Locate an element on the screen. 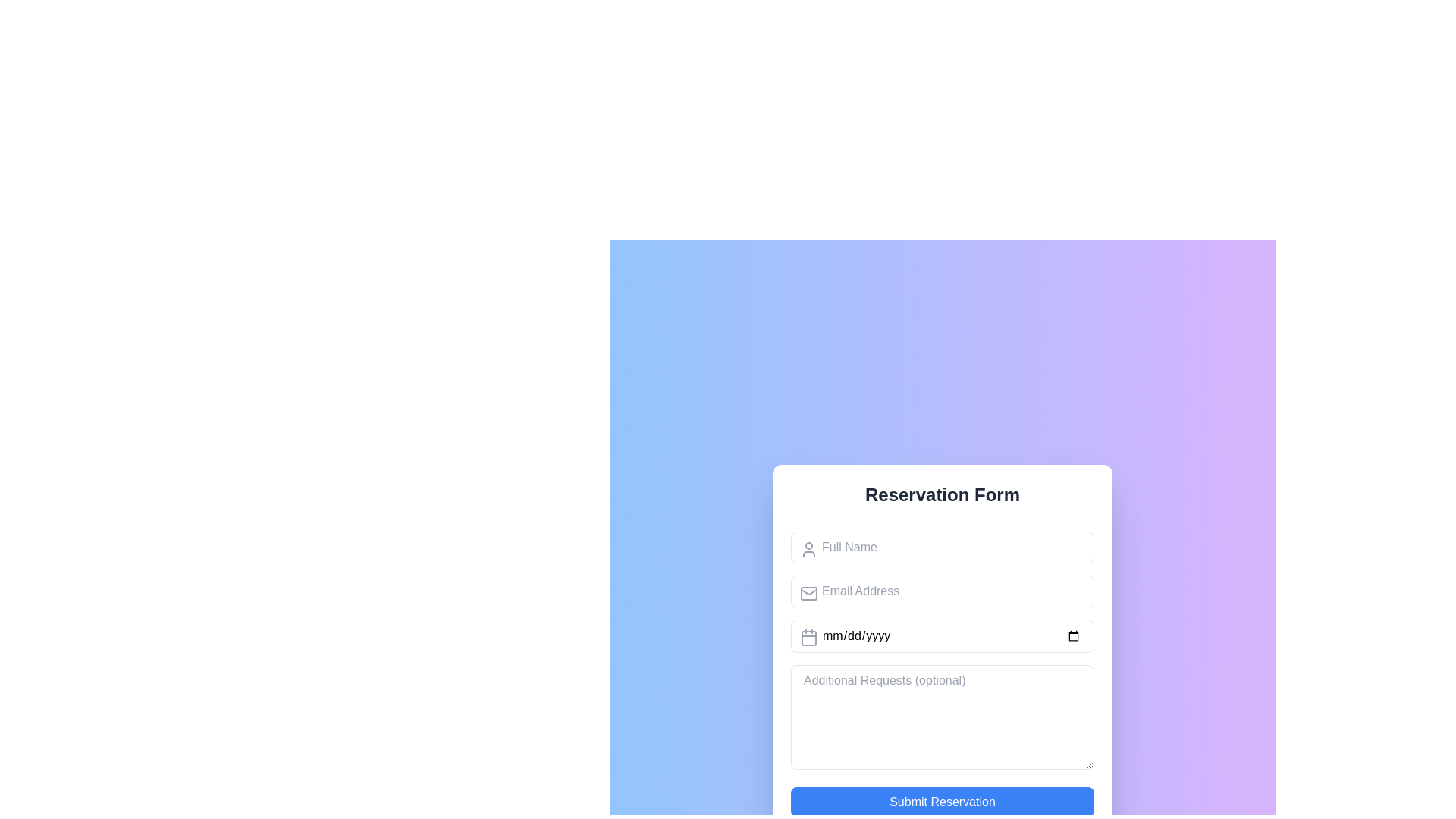 This screenshot has width=1456, height=819. the textarea located below the full name, email address, and date input fields to focus on it for typing additional information or special requests related to the reservation is located at coordinates (942, 717).